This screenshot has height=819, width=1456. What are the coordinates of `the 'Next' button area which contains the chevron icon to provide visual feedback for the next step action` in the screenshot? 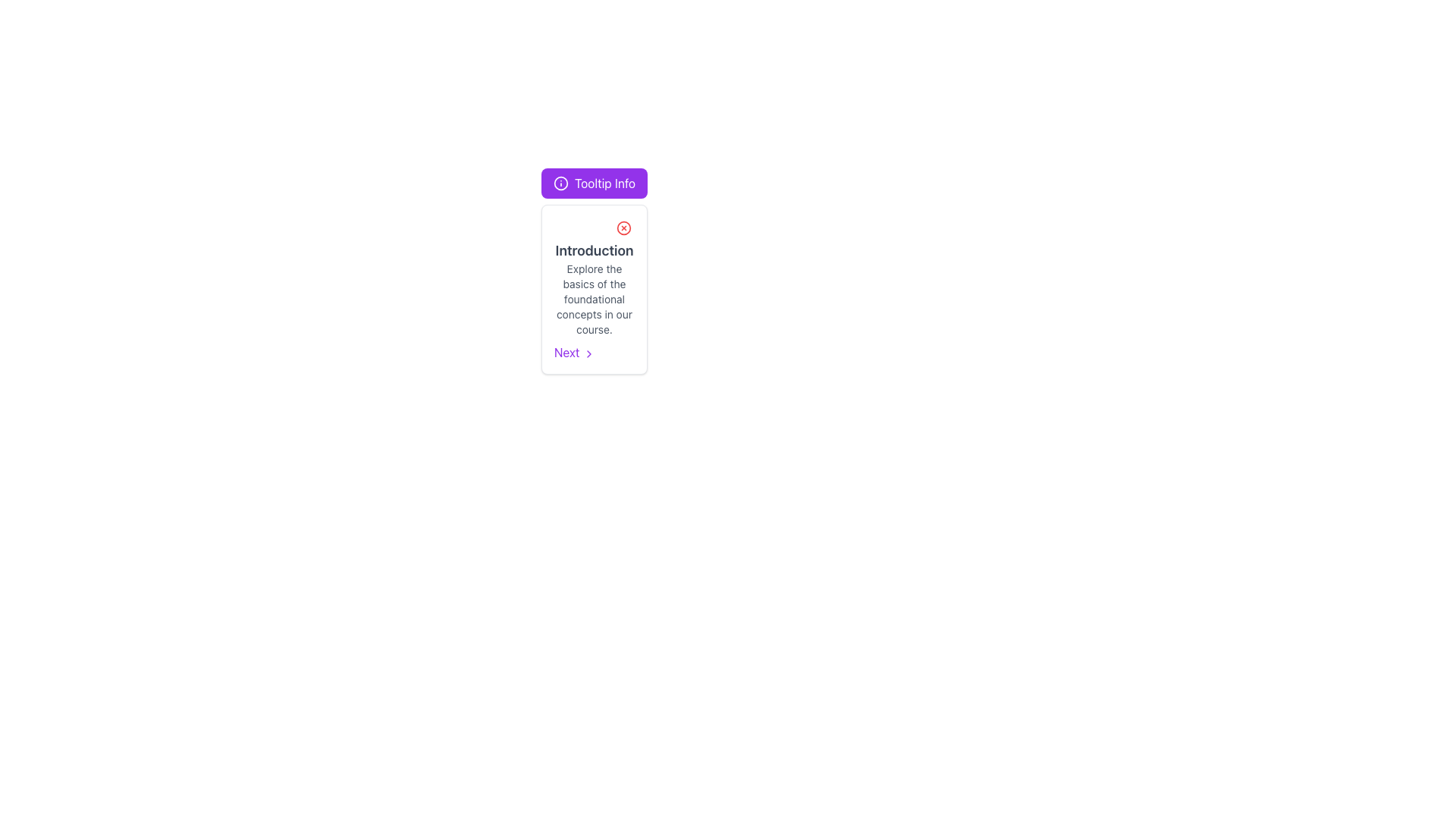 It's located at (588, 353).